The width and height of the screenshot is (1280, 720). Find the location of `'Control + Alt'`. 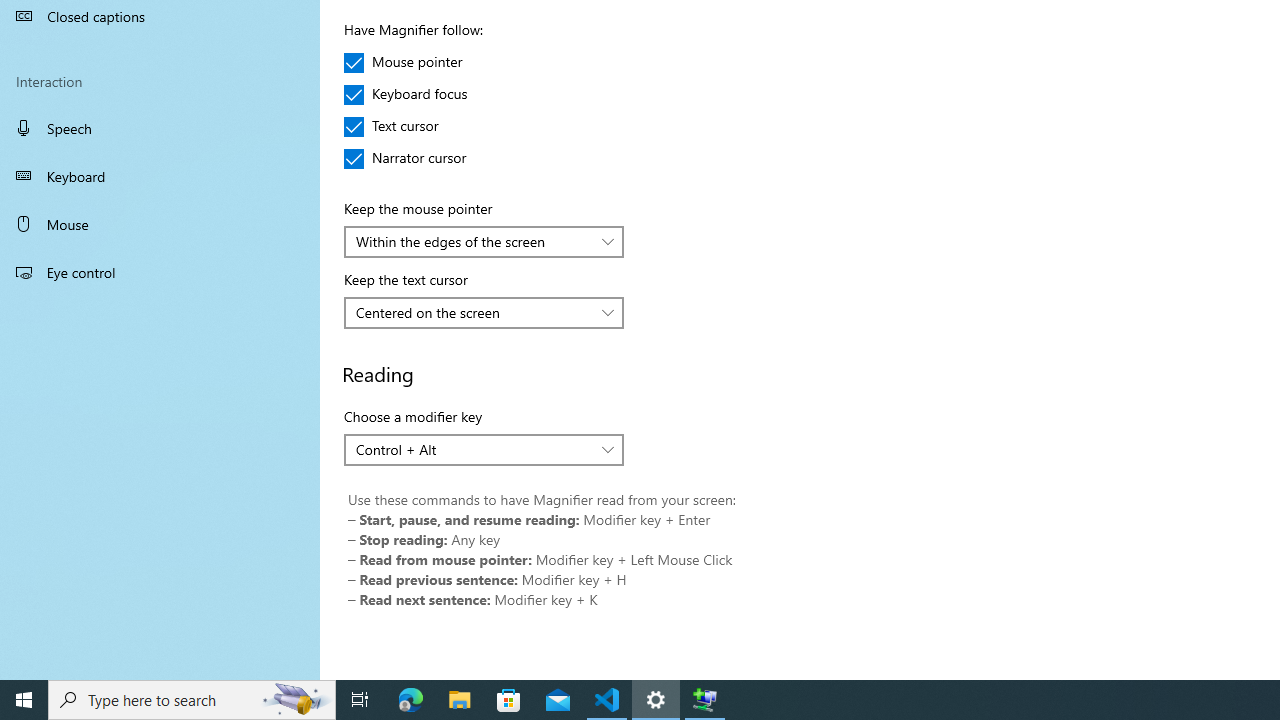

'Control + Alt' is located at coordinates (472, 448).